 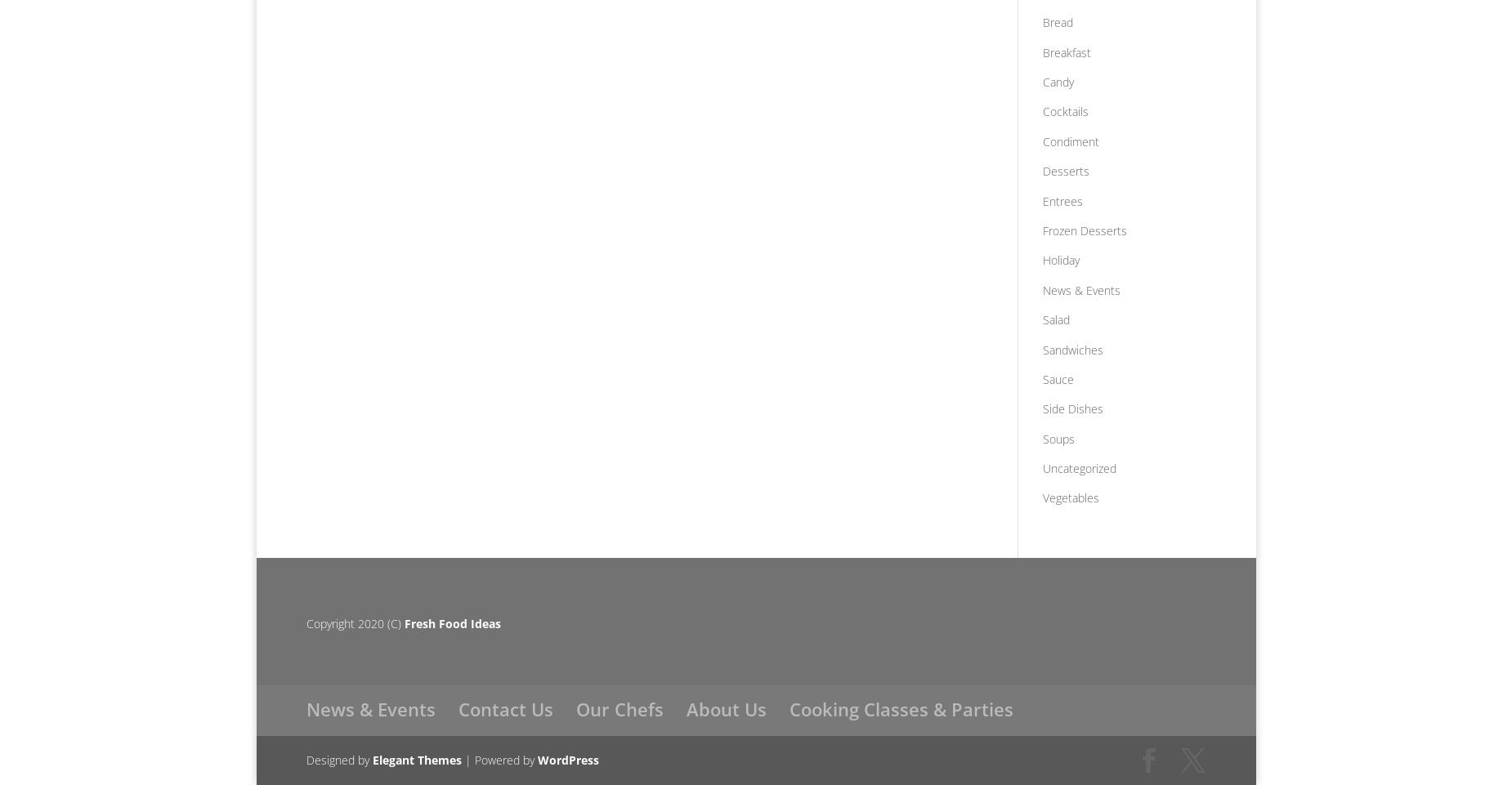 What do you see at coordinates (354, 622) in the screenshot?
I see `'Copyright 2020 (C)'` at bounding box center [354, 622].